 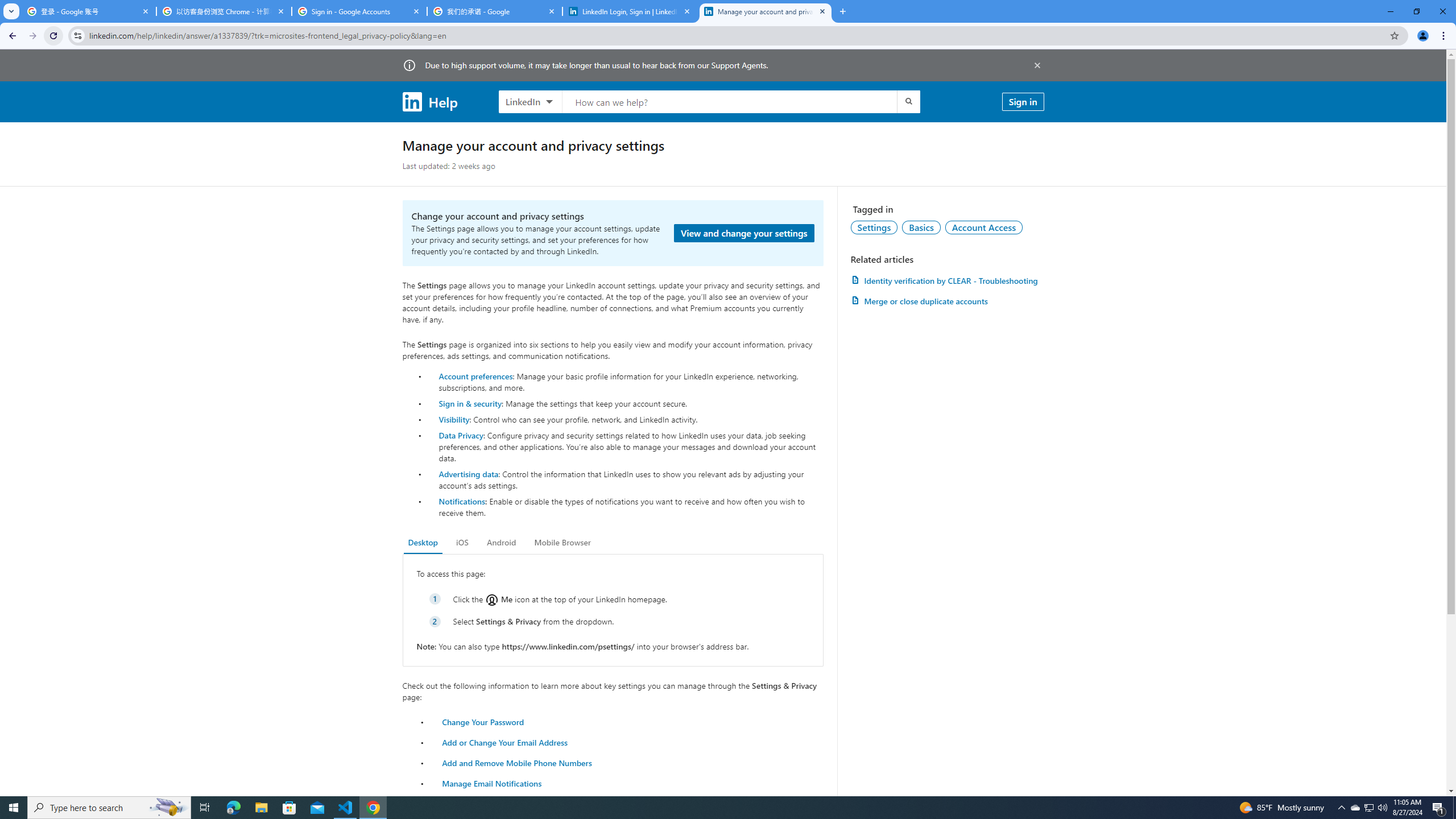 What do you see at coordinates (505, 741) in the screenshot?
I see `'Add or Change Your Email Address'` at bounding box center [505, 741].